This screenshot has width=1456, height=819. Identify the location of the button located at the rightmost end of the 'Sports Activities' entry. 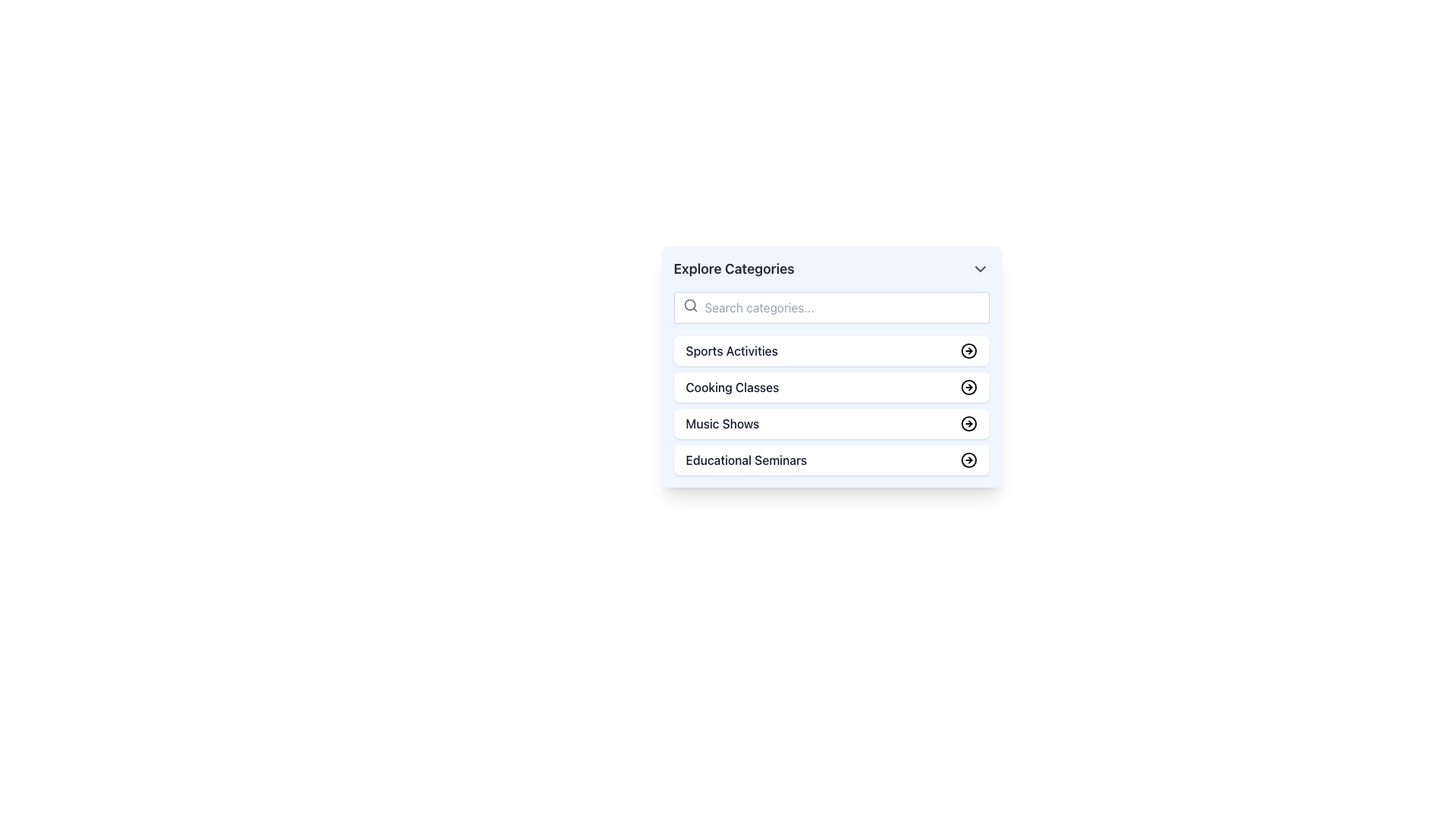
(968, 350).